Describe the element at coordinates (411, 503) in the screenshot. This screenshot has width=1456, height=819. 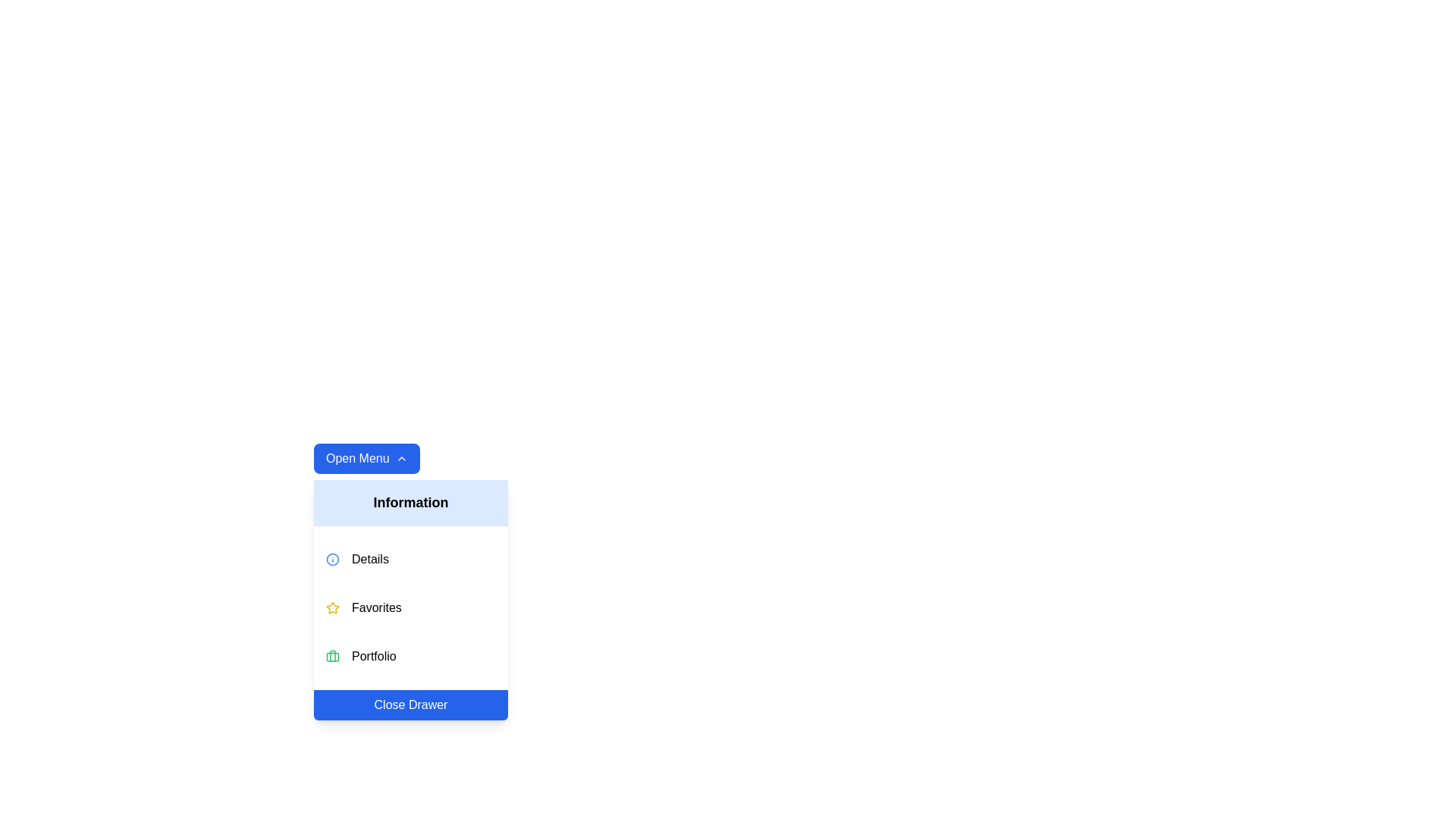
I see `the 'Information' text label, which is a light blue rectangle located at the top of the dropdown menu, positioned directly under the 'Open Menu' button` at that location.